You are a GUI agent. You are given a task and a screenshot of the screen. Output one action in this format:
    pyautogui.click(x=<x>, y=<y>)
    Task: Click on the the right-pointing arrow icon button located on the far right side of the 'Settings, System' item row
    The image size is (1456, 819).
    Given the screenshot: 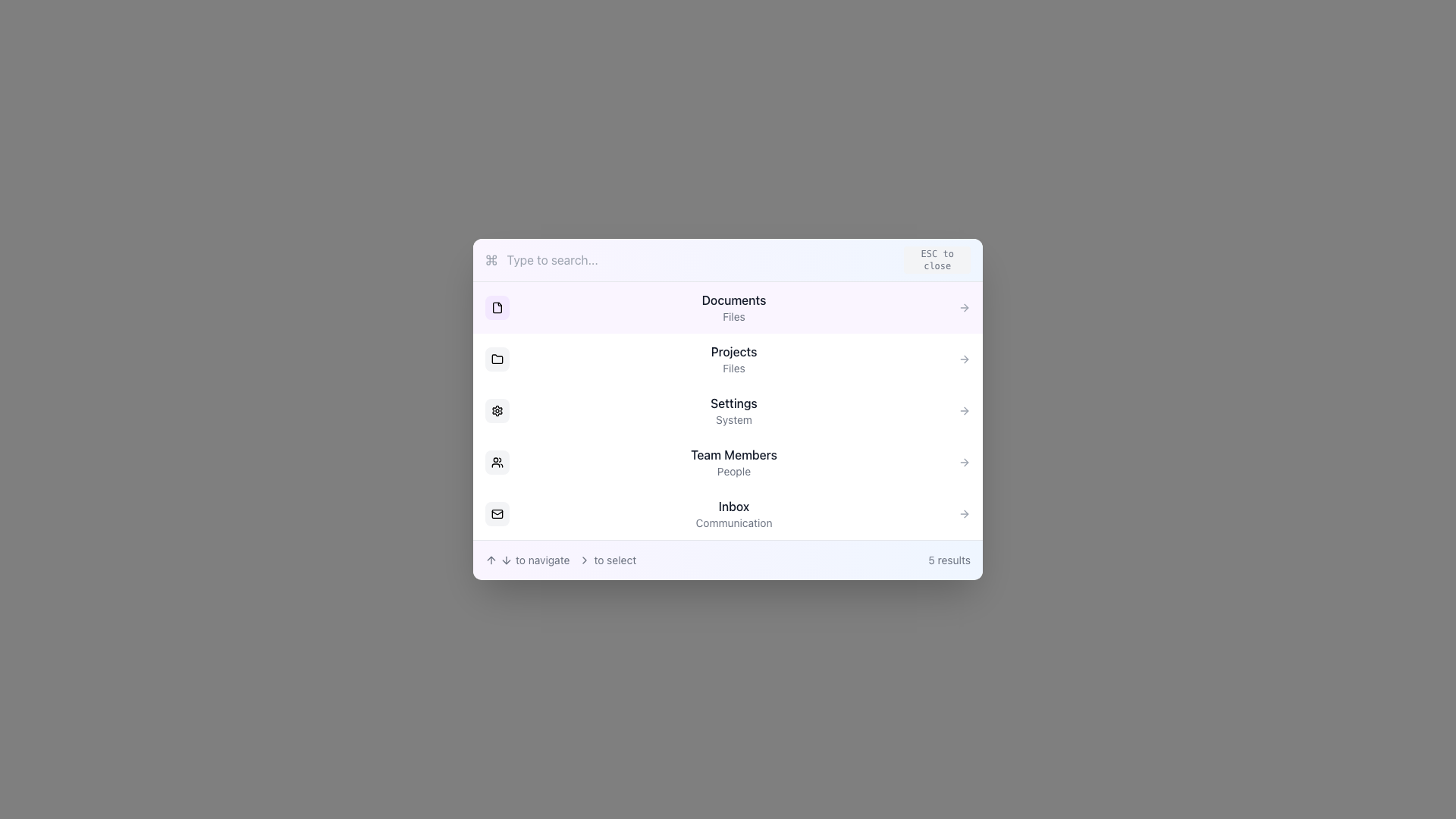 What is the action you would take?
    pyautogui.click(x=964, y=411)
    